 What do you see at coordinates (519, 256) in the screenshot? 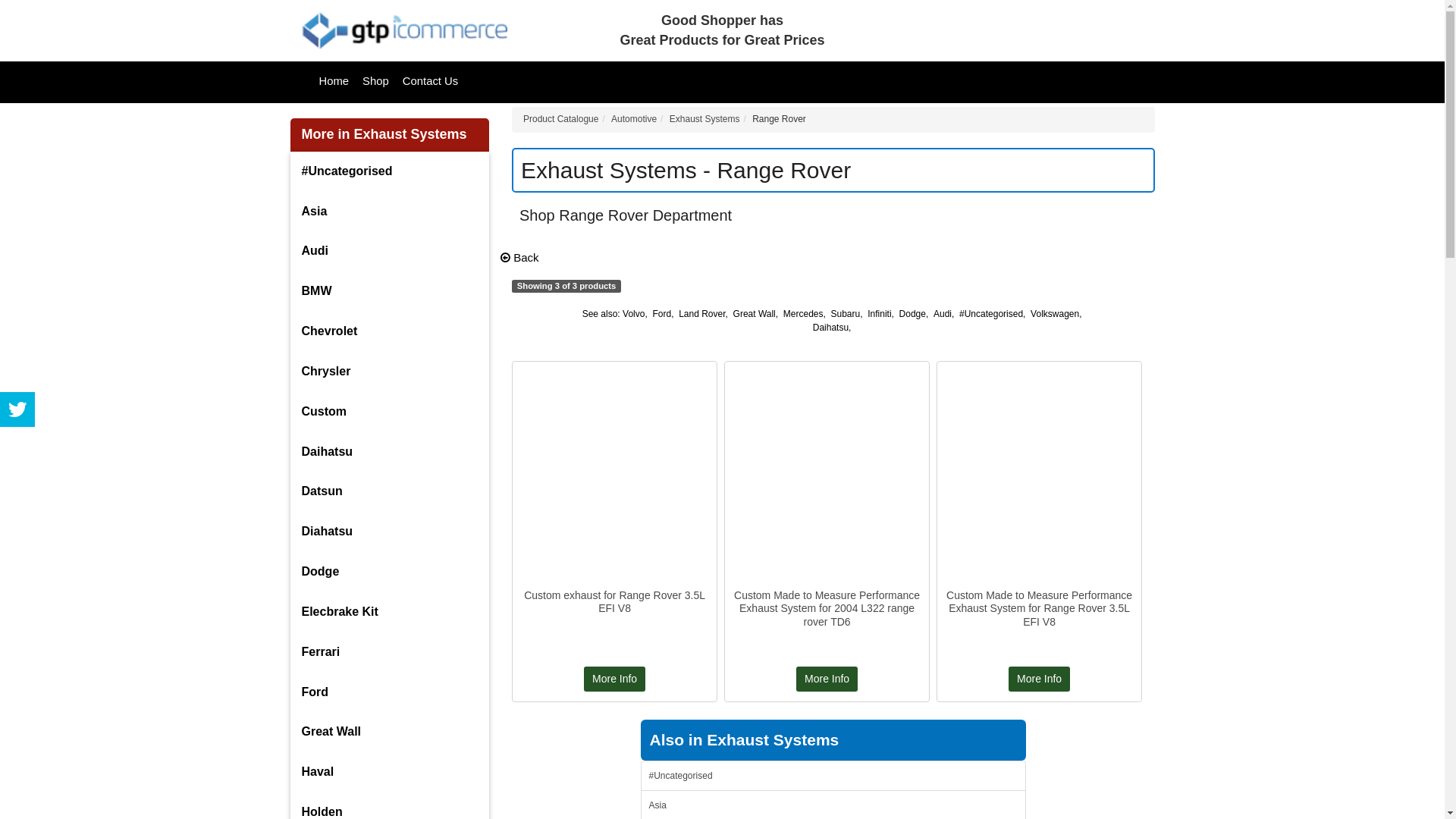
I see `' Back'` at bounding box center [519, 256].